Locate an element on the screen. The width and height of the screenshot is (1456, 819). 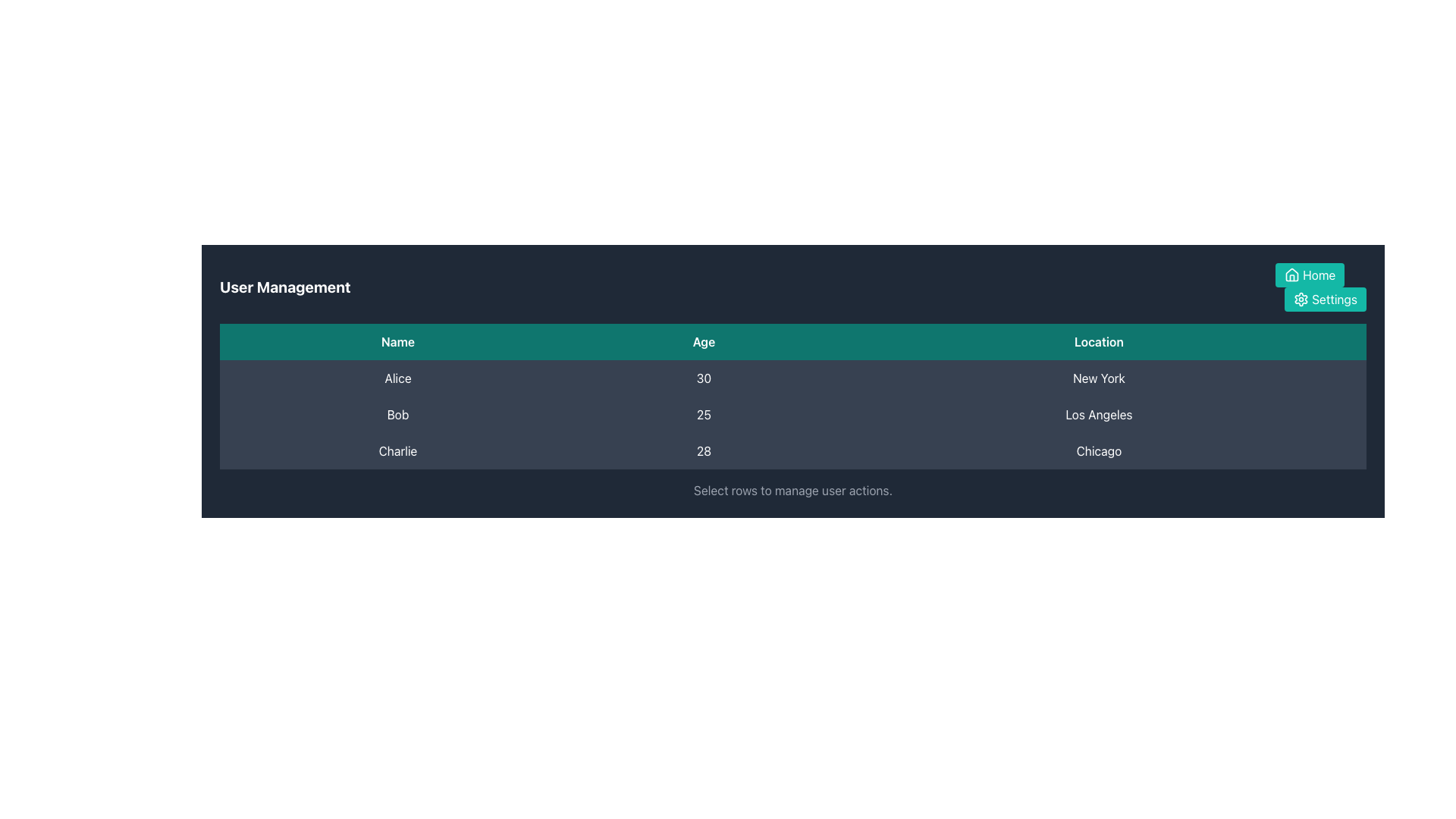
the text display element showing the name 'Alice' in the user management table, located in the first row under the 'Name' column is located at coordinates (397, 377).